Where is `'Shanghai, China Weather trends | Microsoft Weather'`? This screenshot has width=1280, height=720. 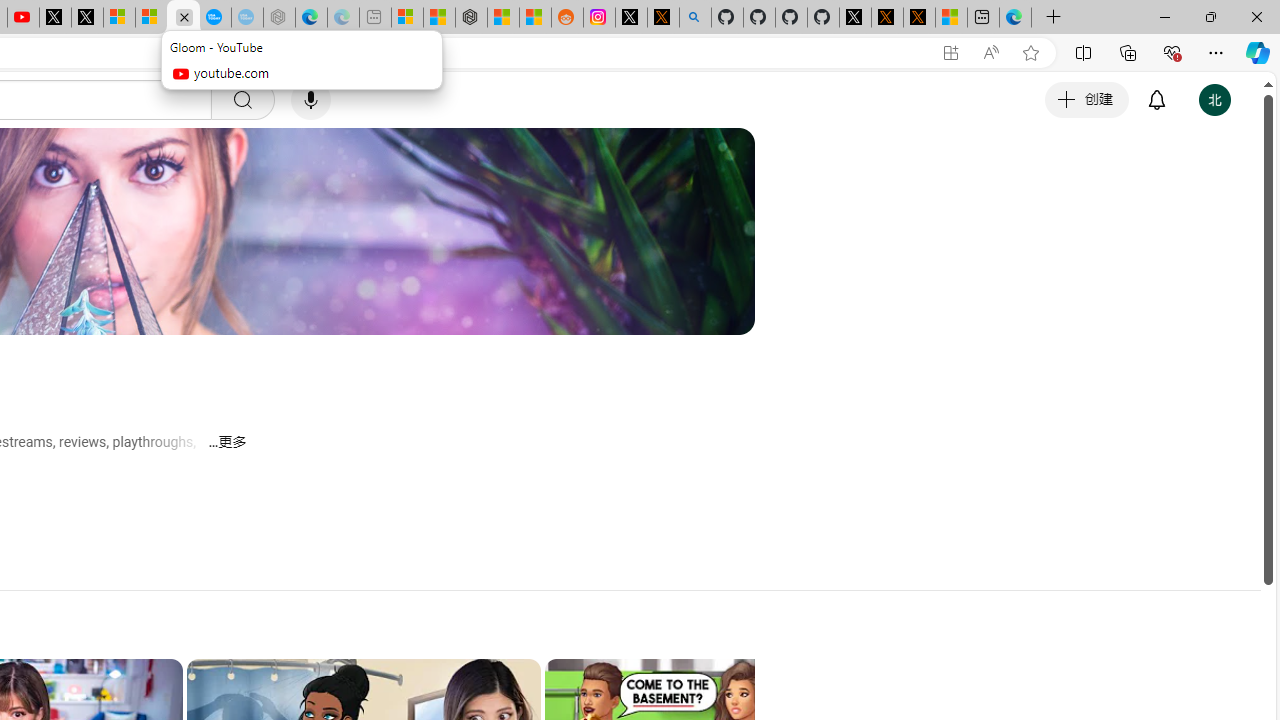
'Shanghai, China Weather trends | Microsoft Weather' is located at coordinates (535, 17).